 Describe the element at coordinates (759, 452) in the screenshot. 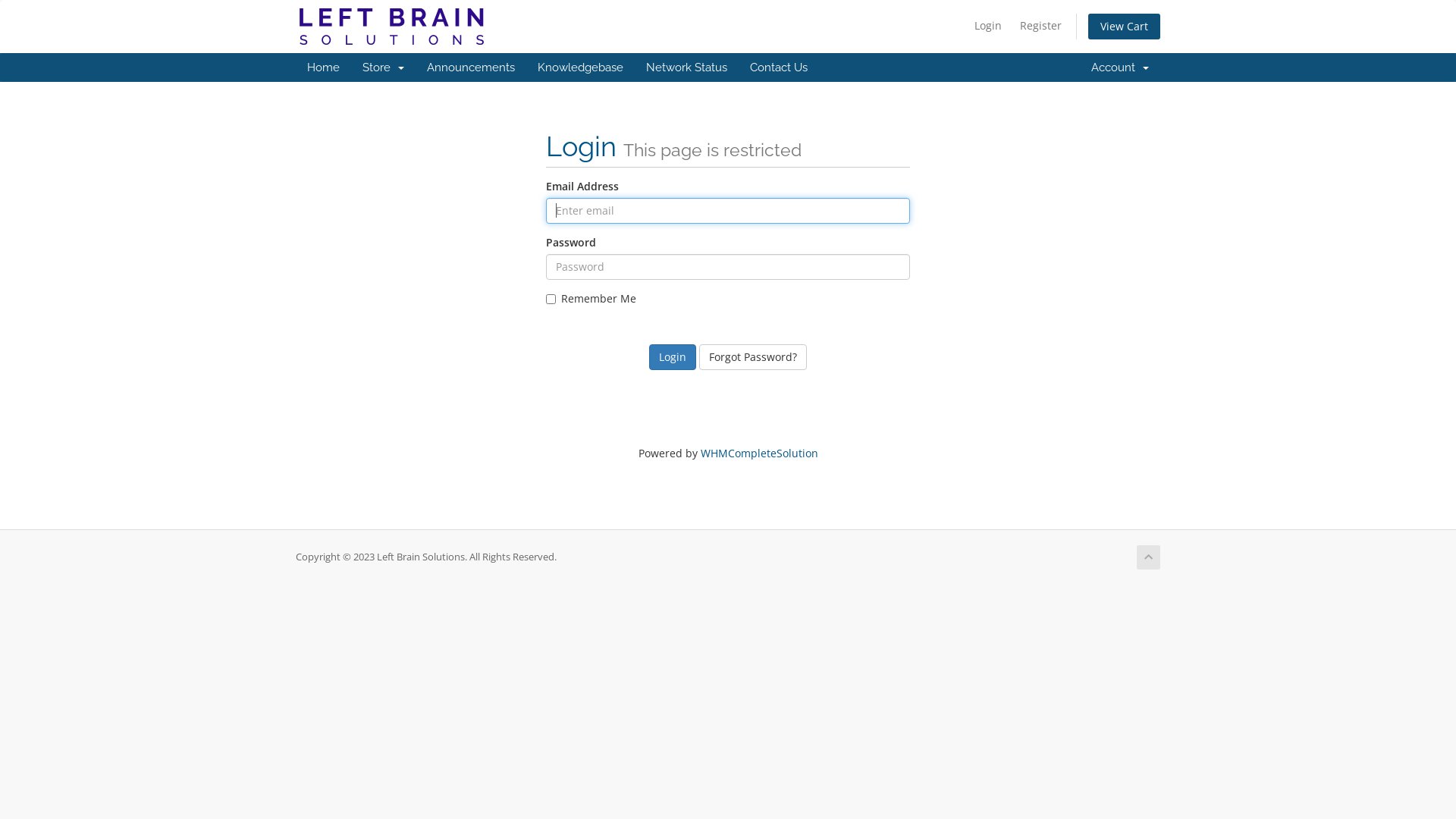

I see `'WHMCompleteSolution'` at that location.